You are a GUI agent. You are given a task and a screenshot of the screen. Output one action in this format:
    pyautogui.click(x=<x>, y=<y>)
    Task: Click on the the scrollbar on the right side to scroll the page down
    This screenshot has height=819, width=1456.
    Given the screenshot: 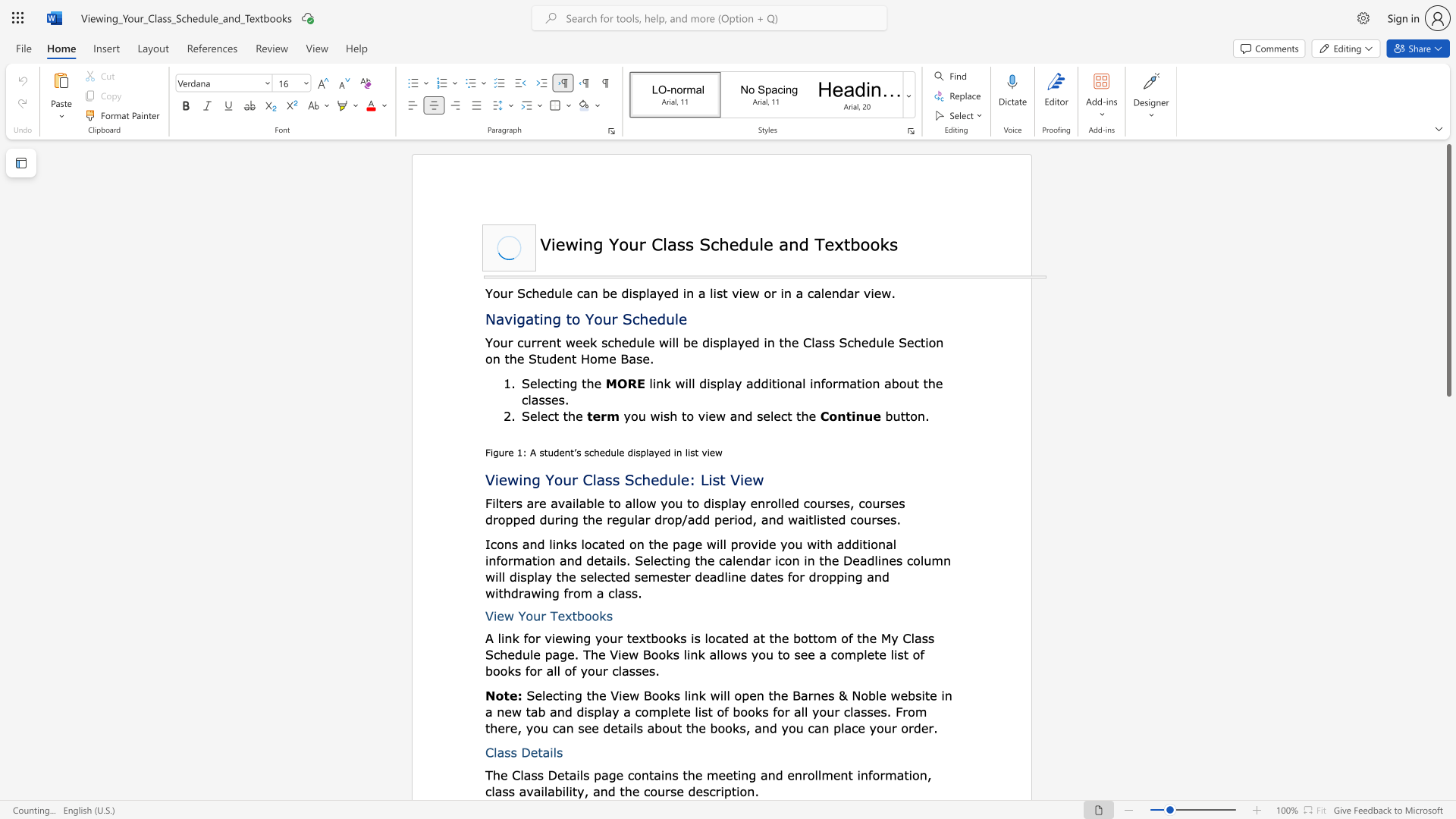 What is the action you would take?
    pyautogui.click(x=1448, y=659)
    